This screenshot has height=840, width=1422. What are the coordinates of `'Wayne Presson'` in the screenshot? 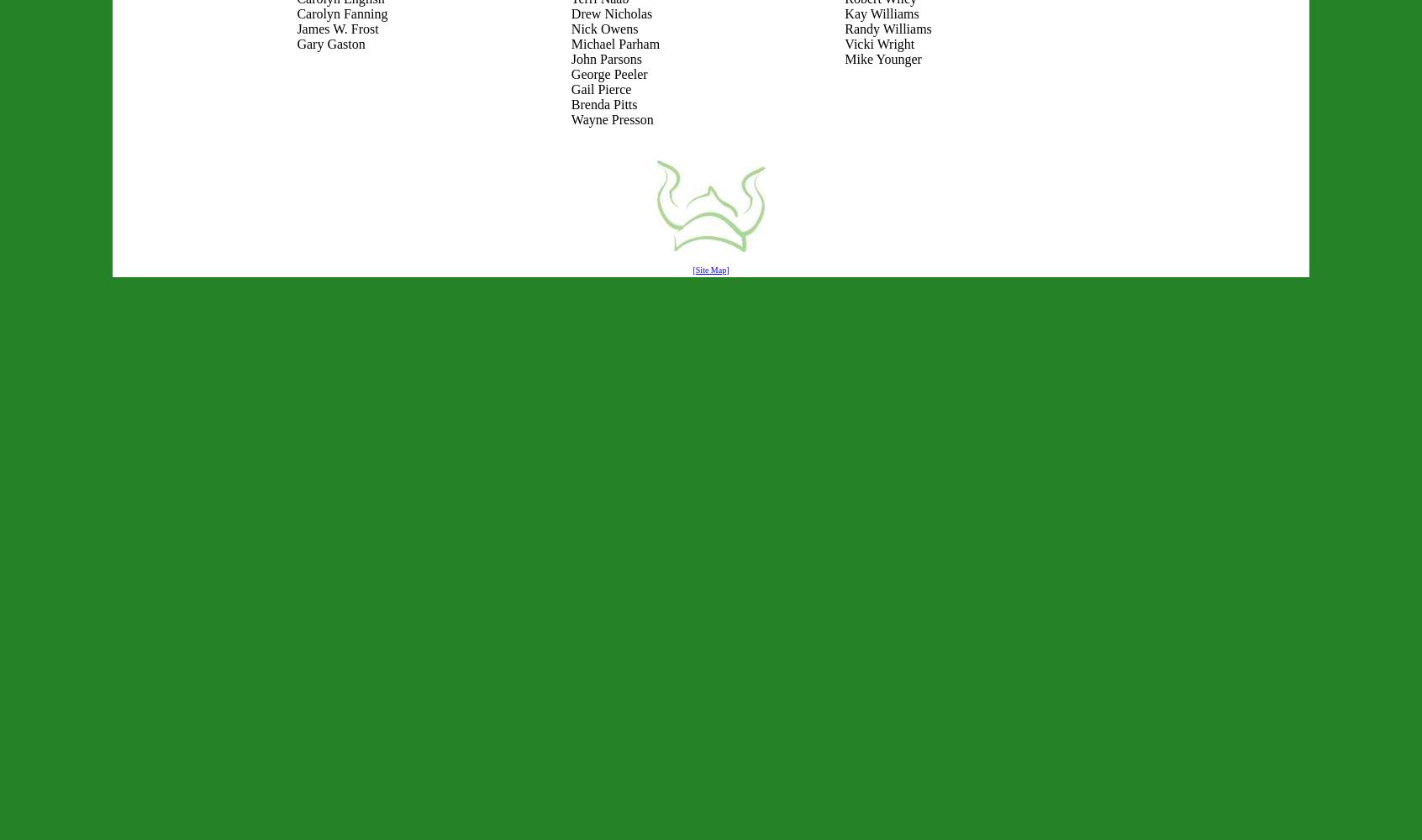 It's located at (611, 119).